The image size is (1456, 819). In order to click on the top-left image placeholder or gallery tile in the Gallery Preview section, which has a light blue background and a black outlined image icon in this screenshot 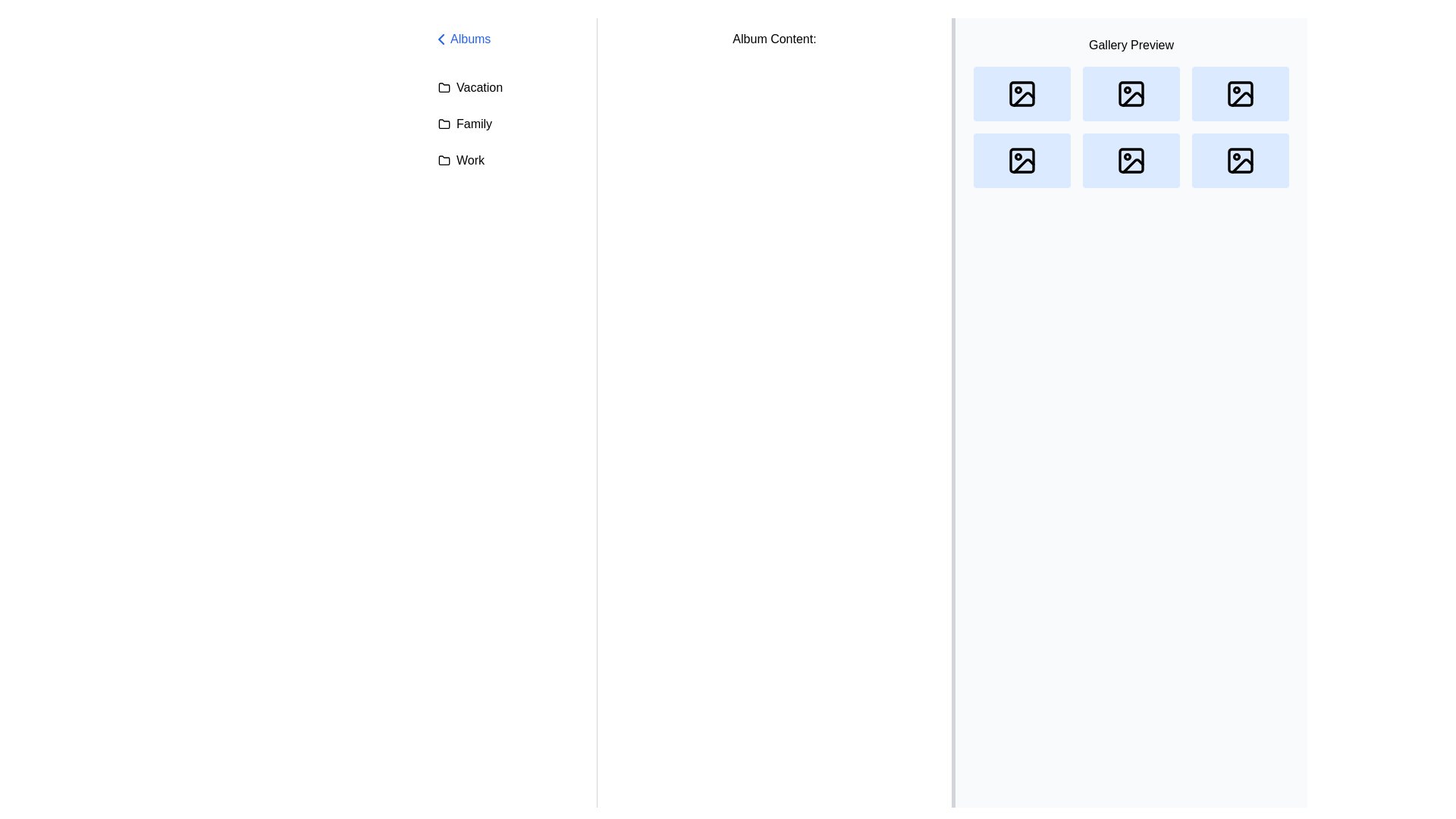, I will do `click(1022, 93)`.